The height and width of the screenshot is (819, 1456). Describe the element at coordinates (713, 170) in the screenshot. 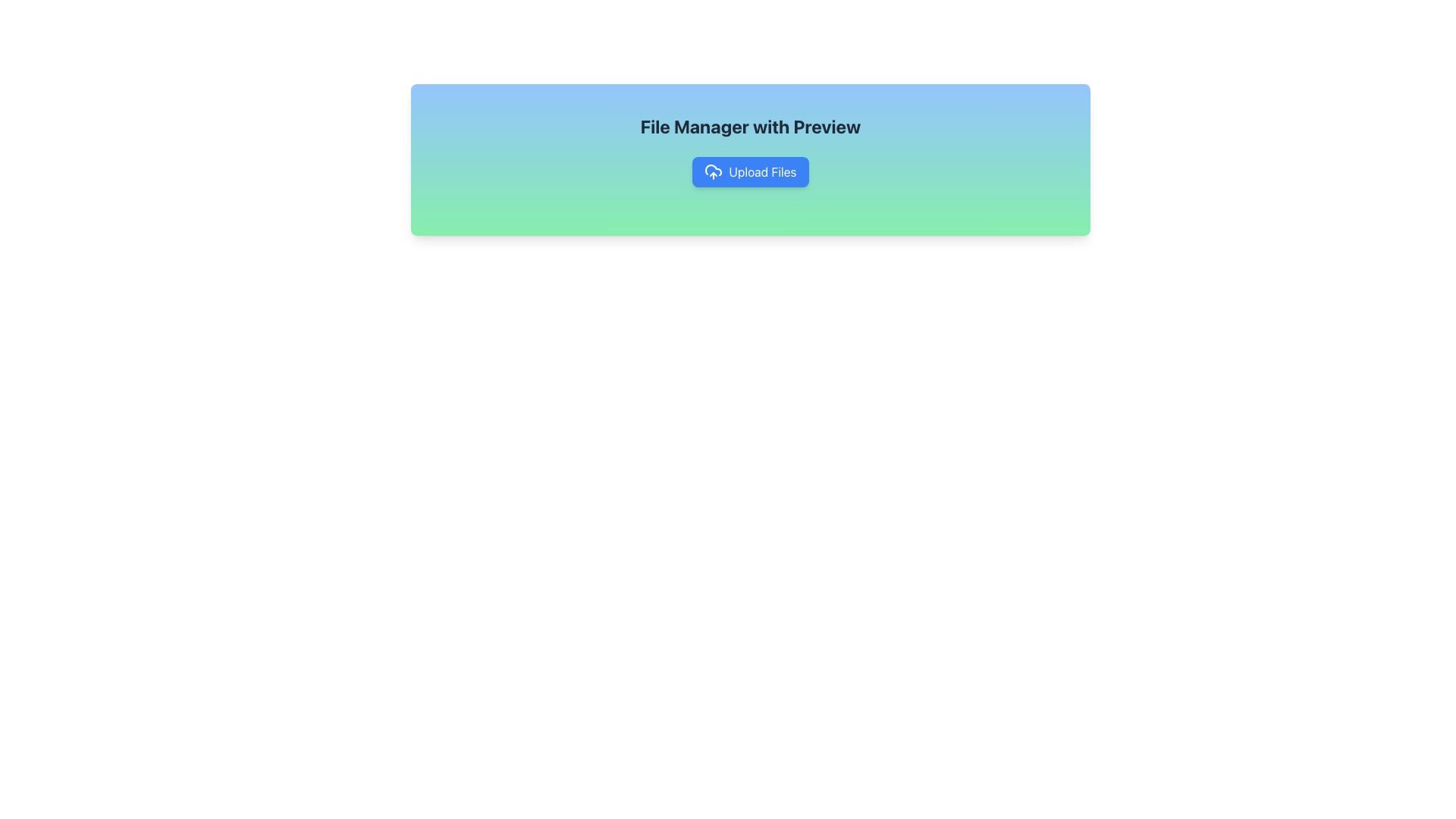

I see `the curved outline of the upper cloud shape in the SVG graphic that is part of the 'Upload Files' button` at that location.